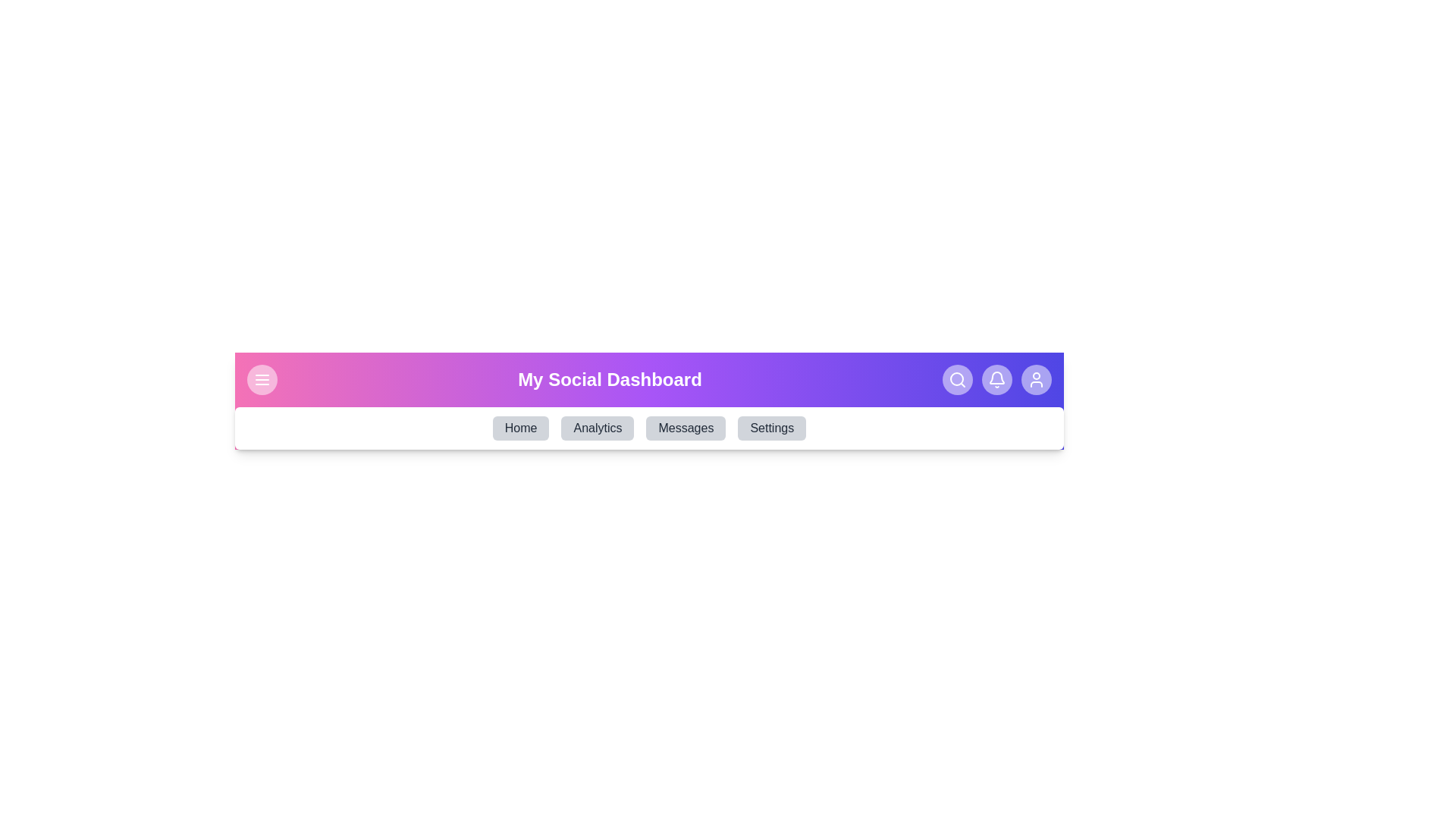 The height and width of the screenshot is (819, 1456). I want to click on the navigation item Messages from the navigation bar, so click(686, 428).